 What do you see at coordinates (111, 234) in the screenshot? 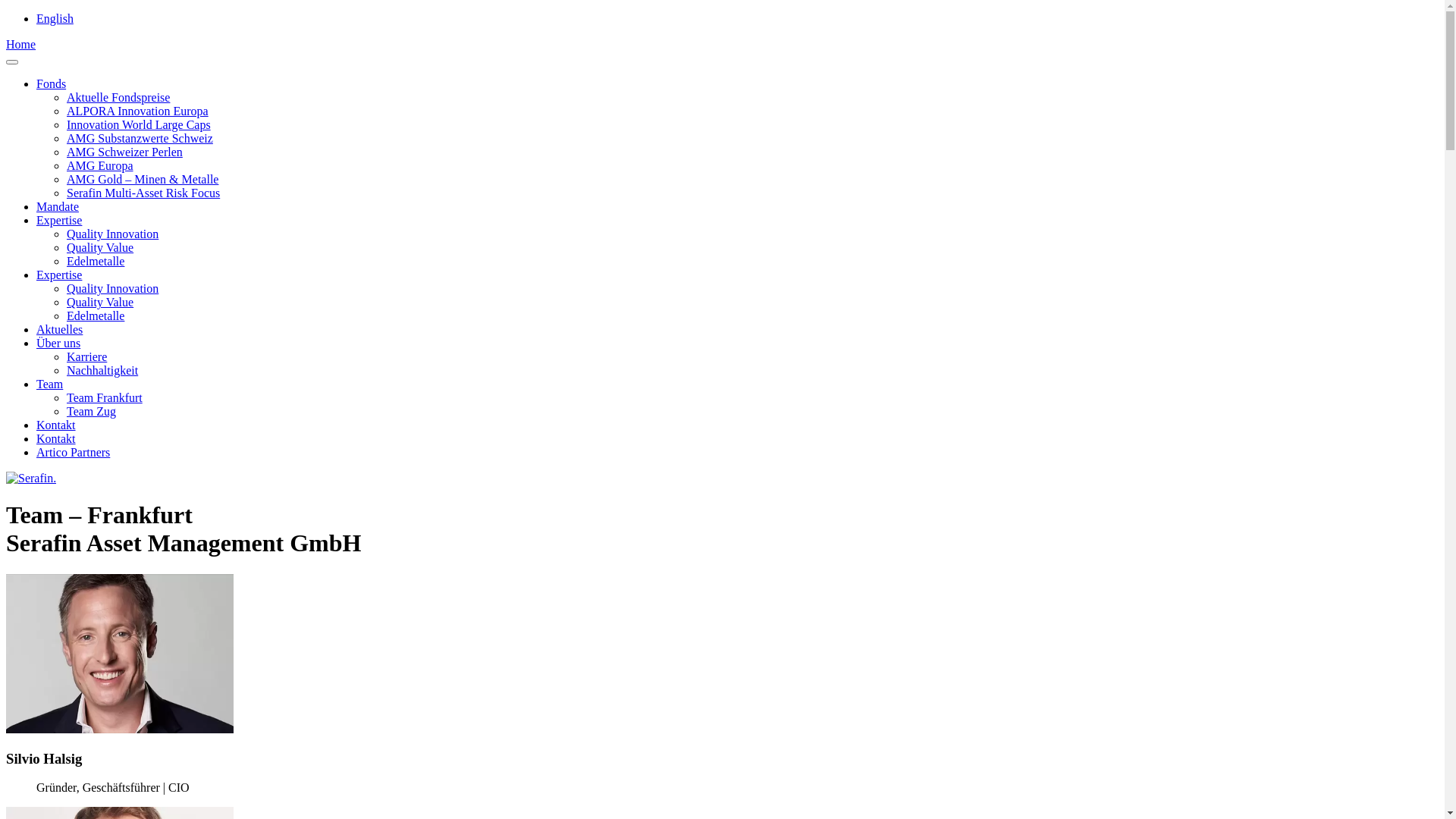
I see `'Quality Innovation'` at bounding box center [111, 234].